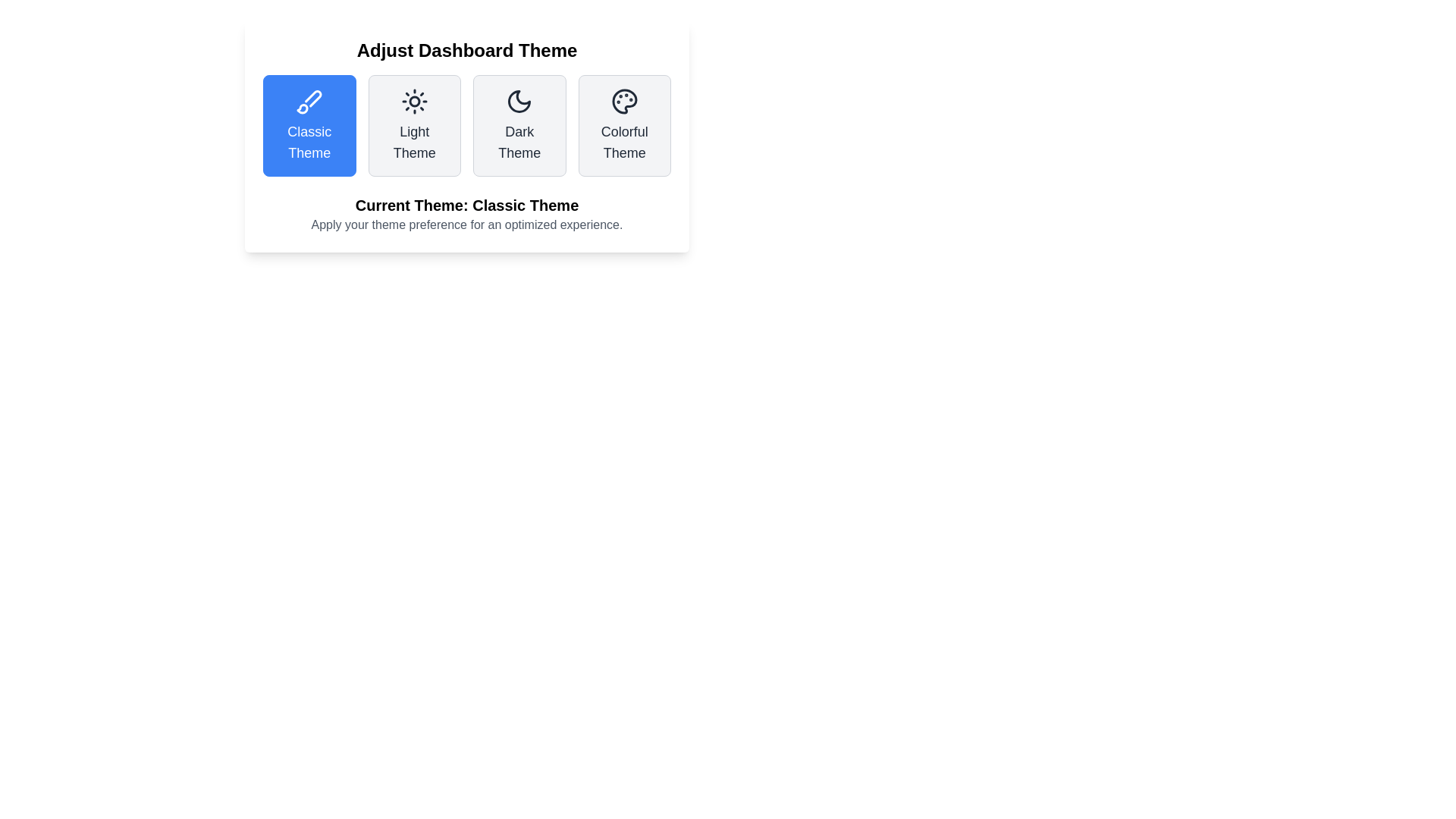  What do you see at coordinates (519, 143) in the screenshot?
I see `the label text that describes the 'Dark Theme' option, which is the third theme option from the left and located within the center of its card` at bounding box center [519, 143].